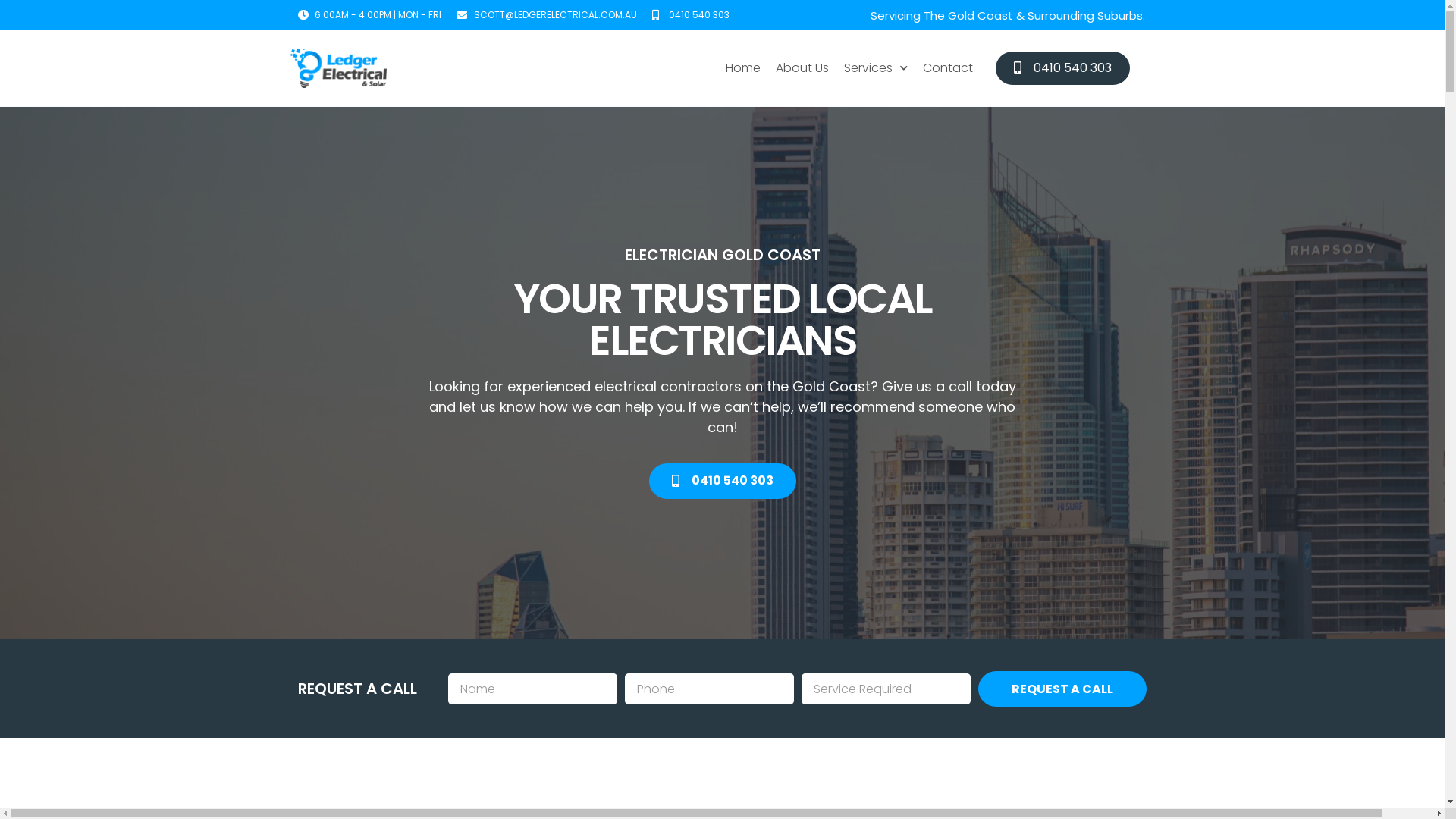  Describe the element at coordinates (946, 67) in the screenshot. I see `'Contact'` at that location.